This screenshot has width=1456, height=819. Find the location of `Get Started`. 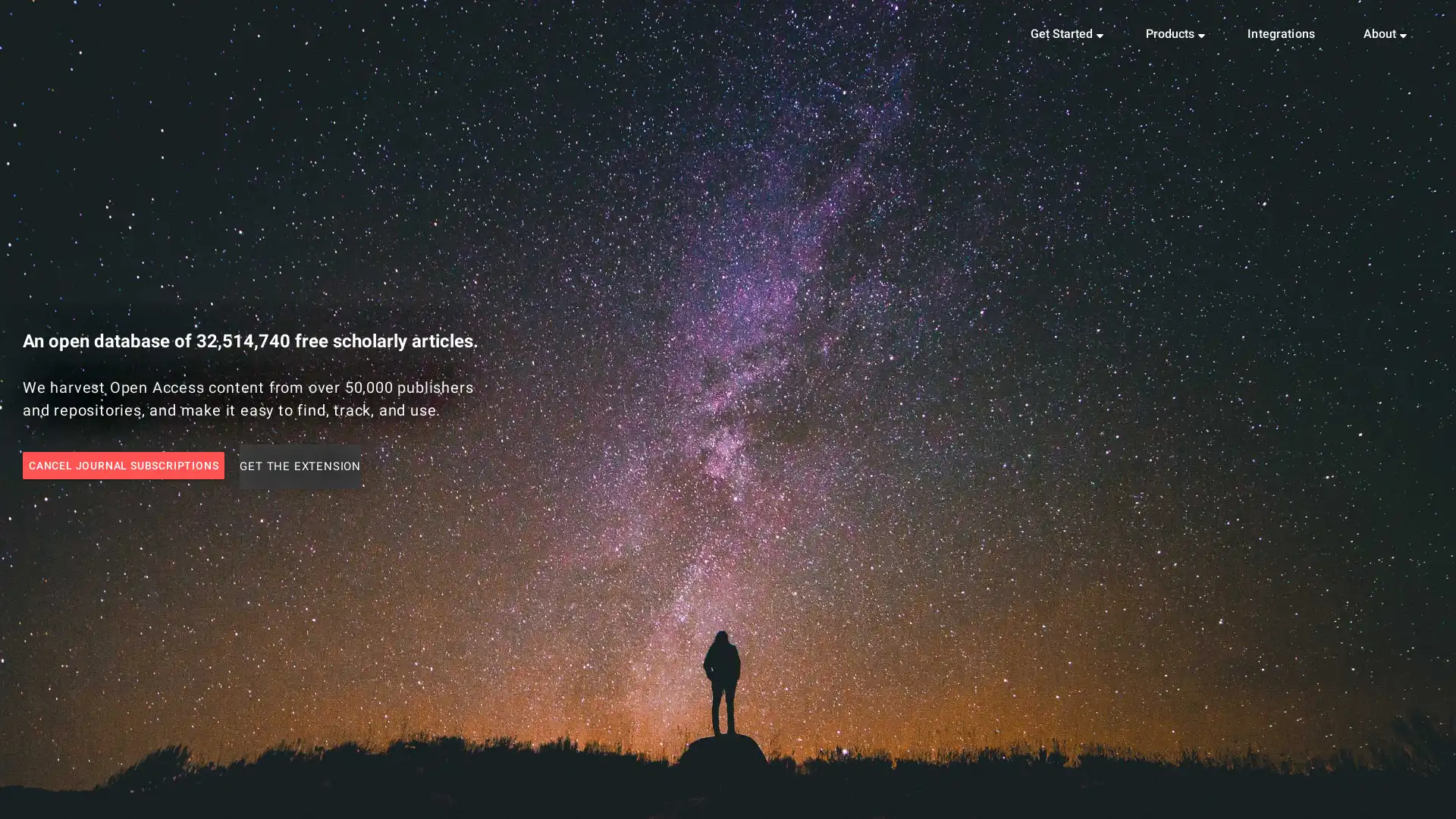

Get Started is located at coordinates (1065, 33).